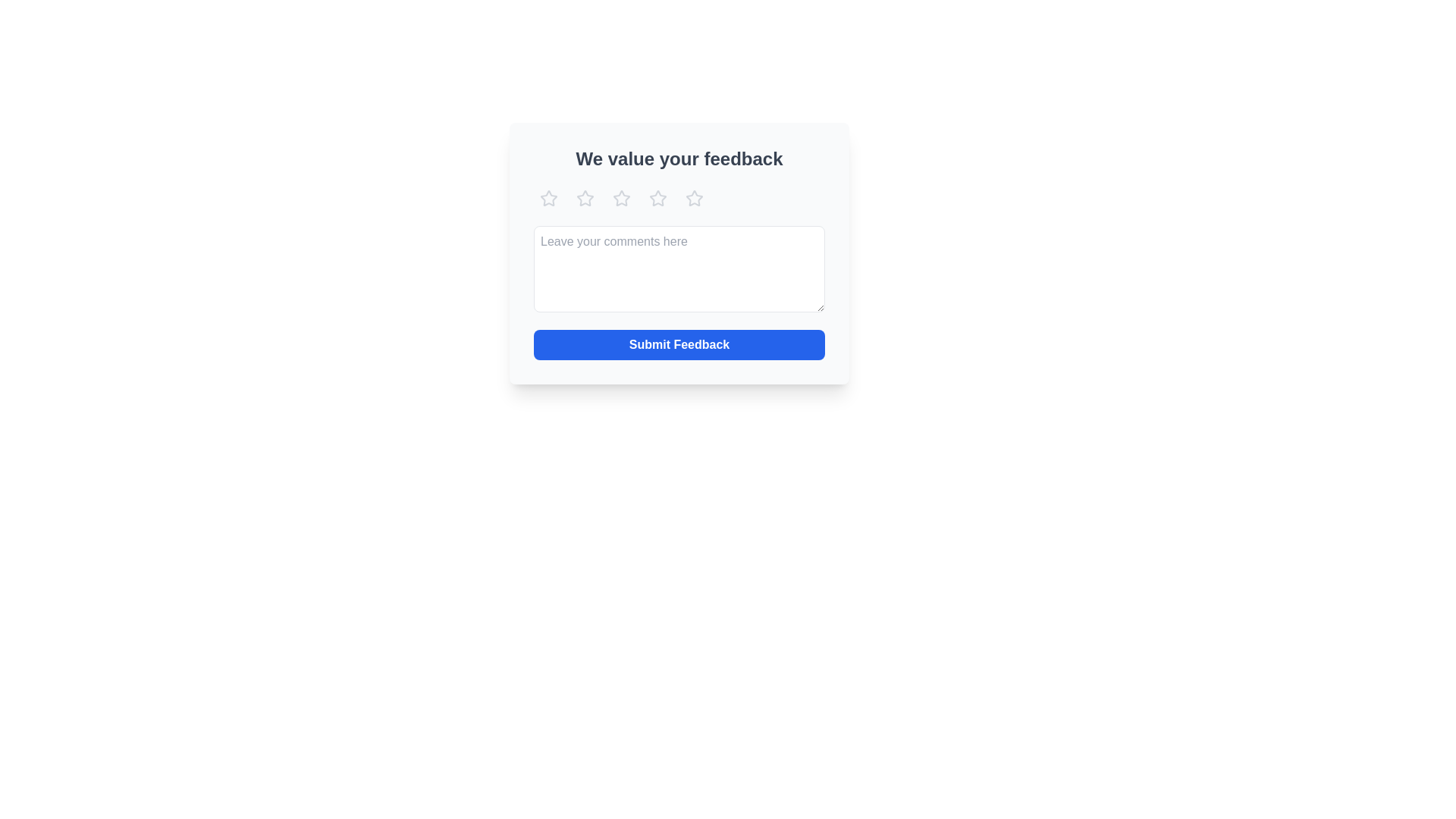  Describe the element at coordinates (585, 198) in the screenshot. I see `the second star icon in the rating system` at that location.